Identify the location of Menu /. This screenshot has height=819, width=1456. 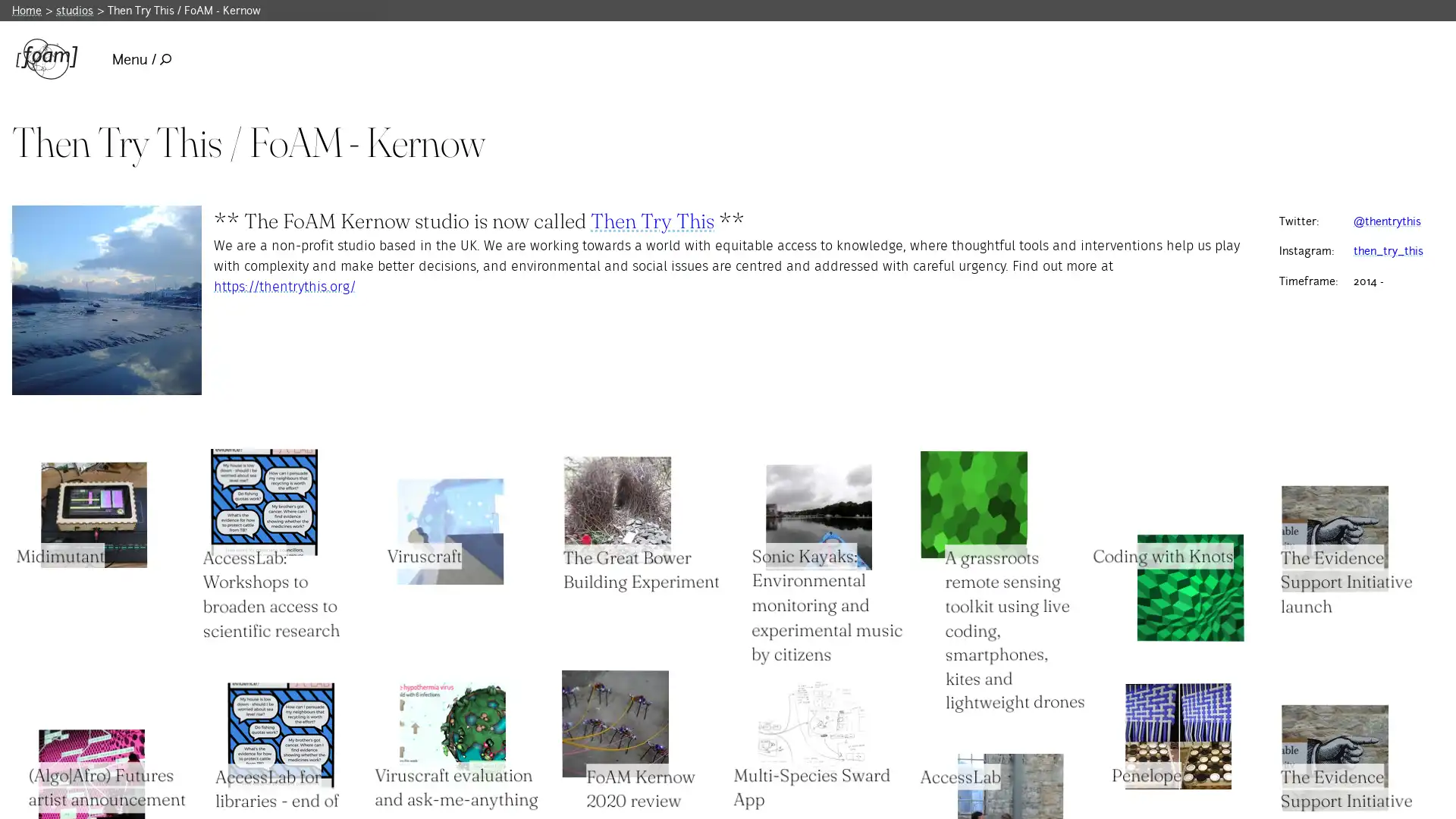
(141, 58).